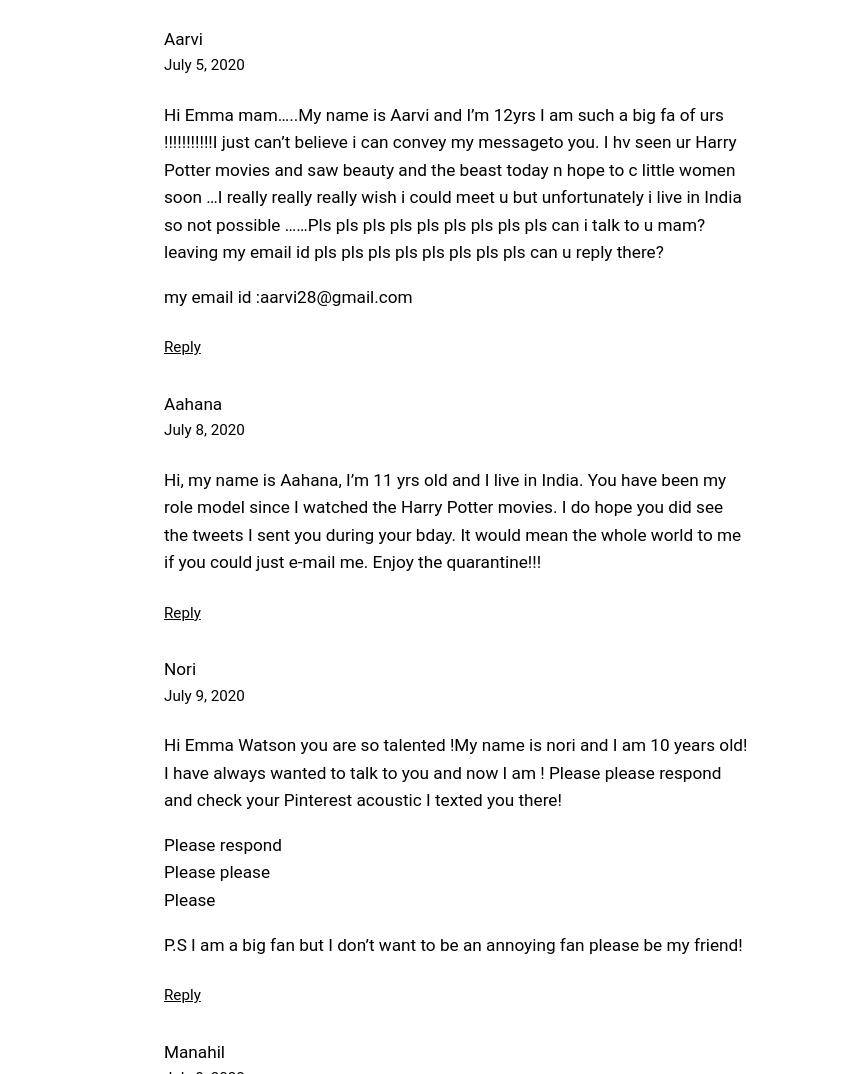 The width and height of the screenshot is (850, 1074). I want to click on 'Manahil', so click(193, 1051).